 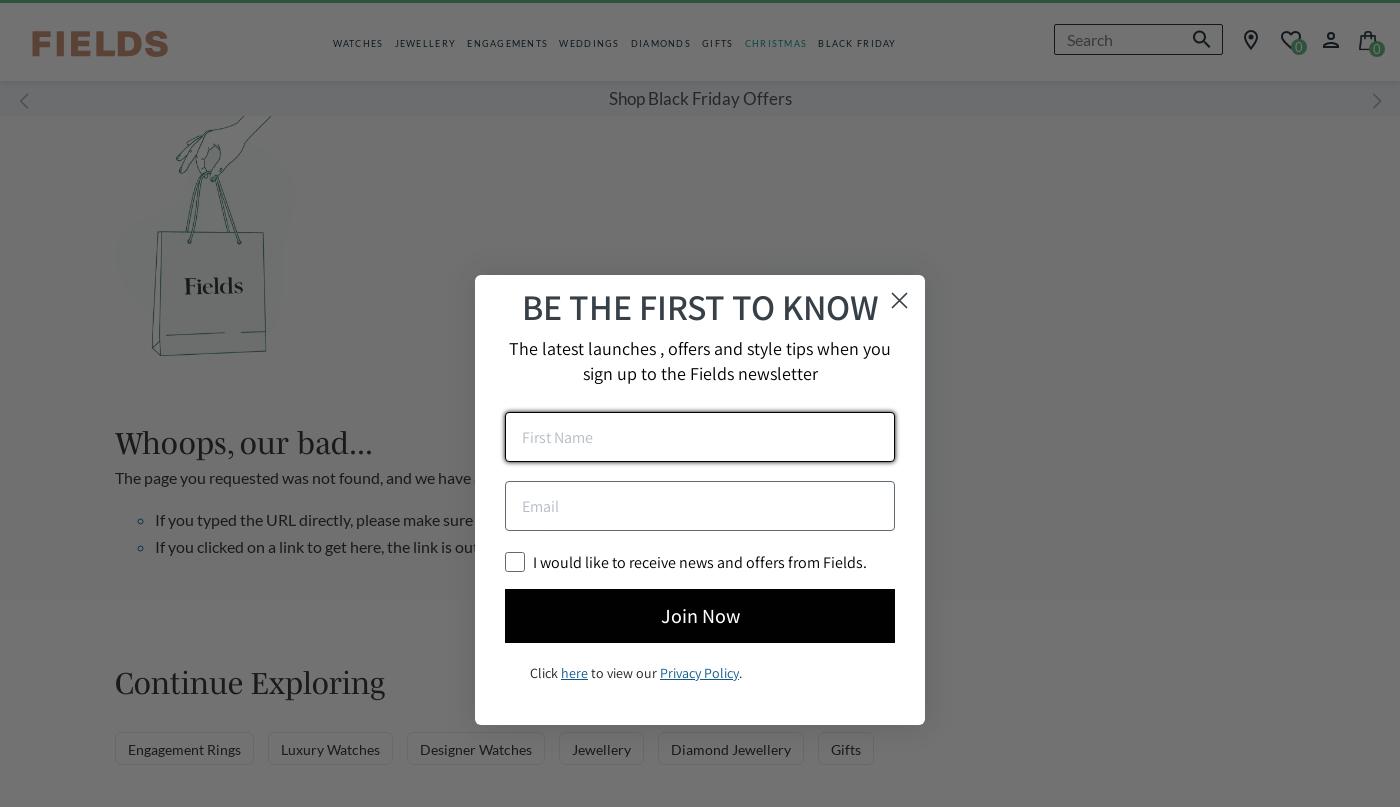 What do you see at coordinates (476, 747) in the screenshot?
I see `'Designer Watches'` at bounding box center [476, 747].